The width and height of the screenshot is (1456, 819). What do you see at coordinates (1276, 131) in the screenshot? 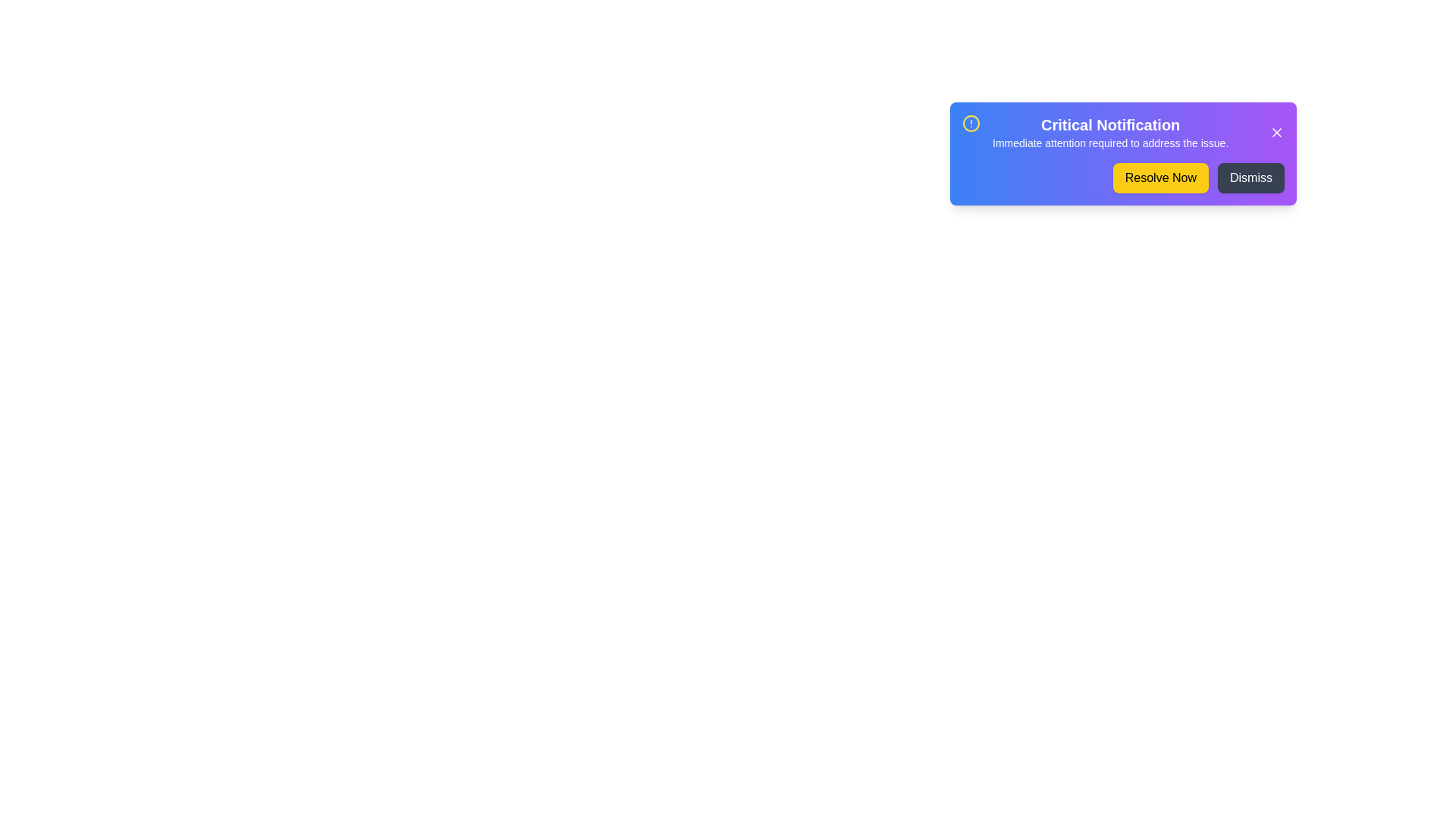
I see `the cross-like icon in the notification bar` at bounding box center [1276, 131].